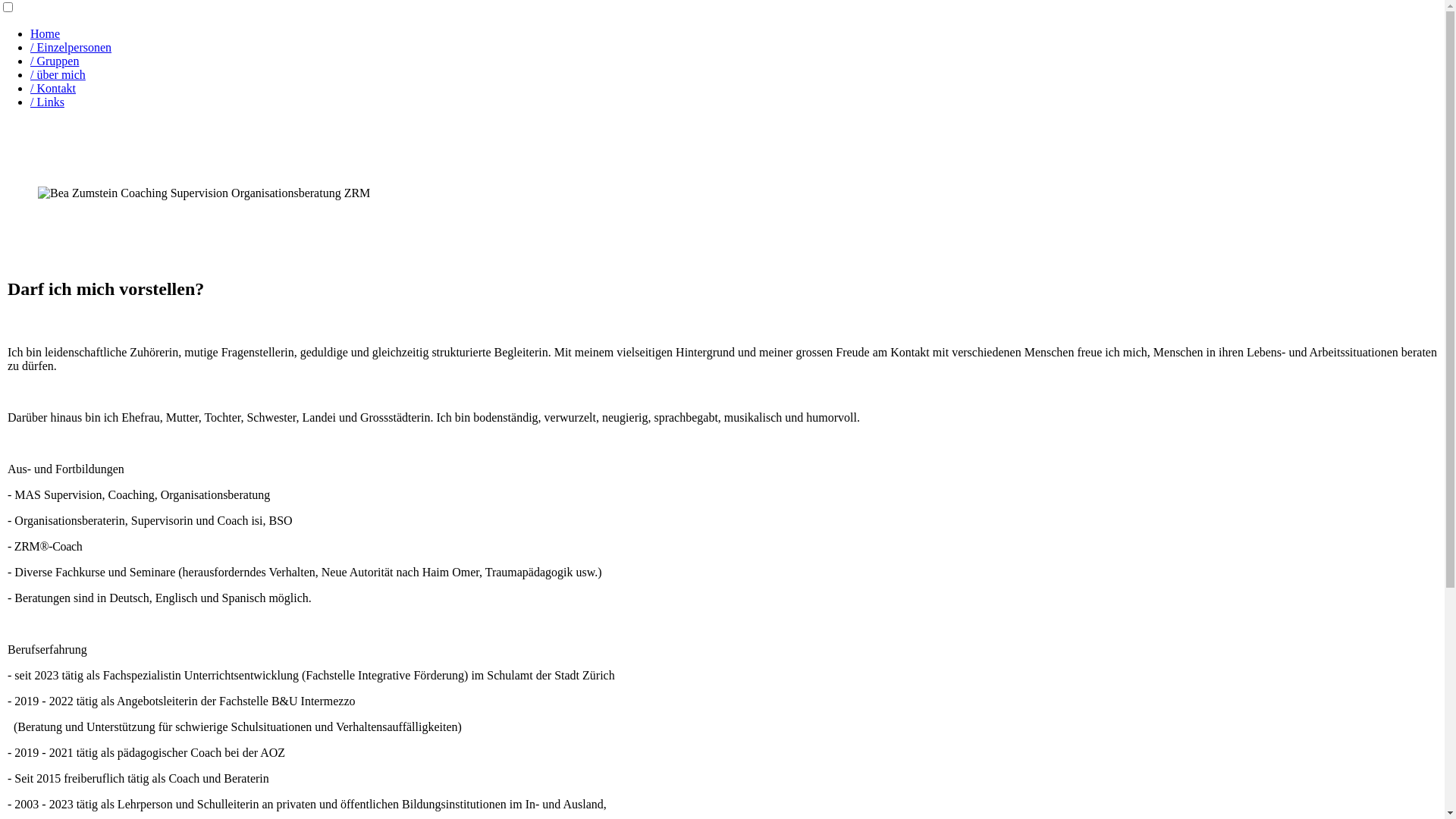  What do you see at coordinates (55, 60) in the screenshot?
I see `'/ Gruppen'` at bounding box center [55, 60].